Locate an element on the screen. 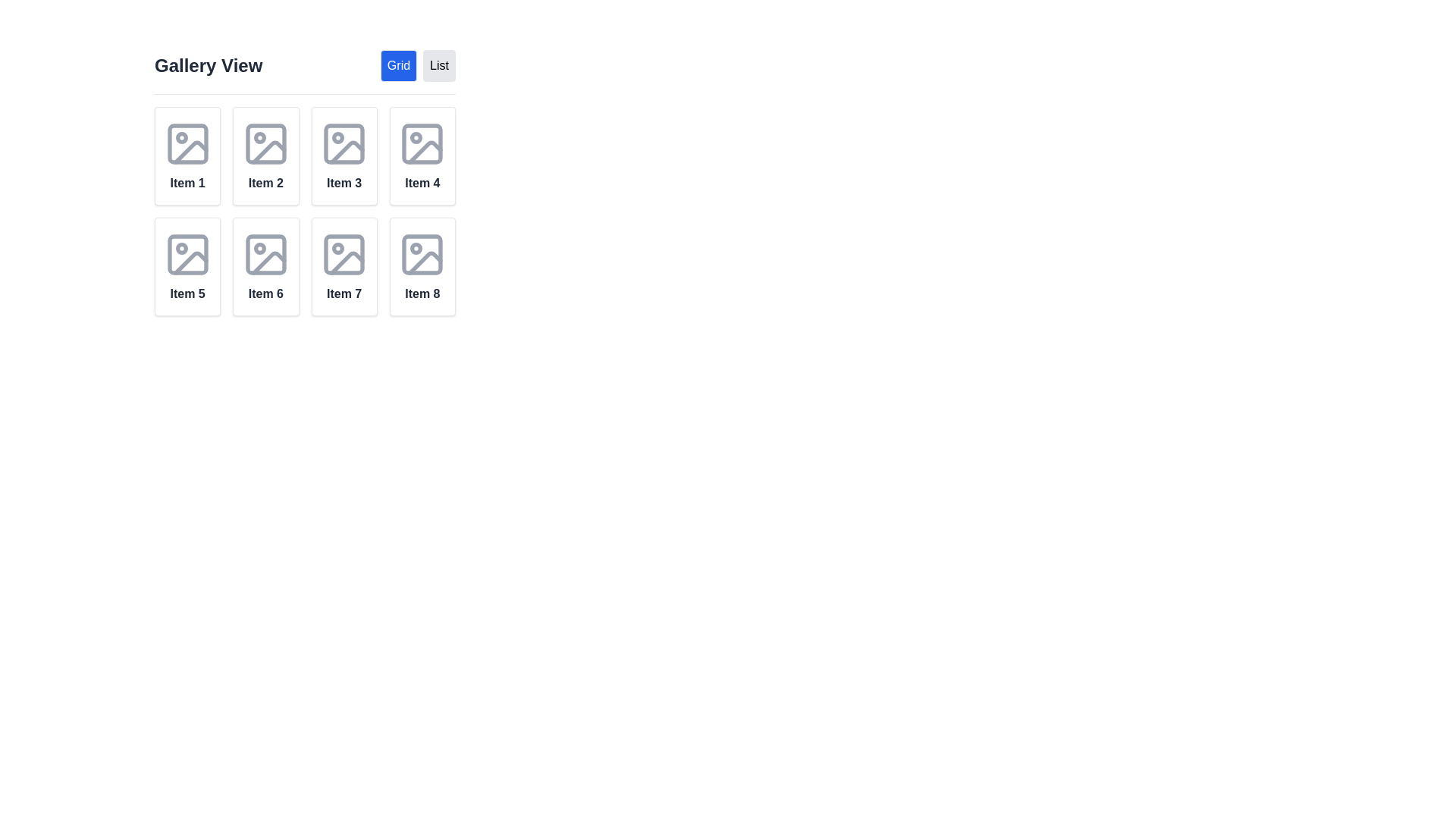  the gallery item box labeled 'Item 5', which is the fifth element in the grid layout under the 'Gallery View' title is located at coordinates (187, 265).